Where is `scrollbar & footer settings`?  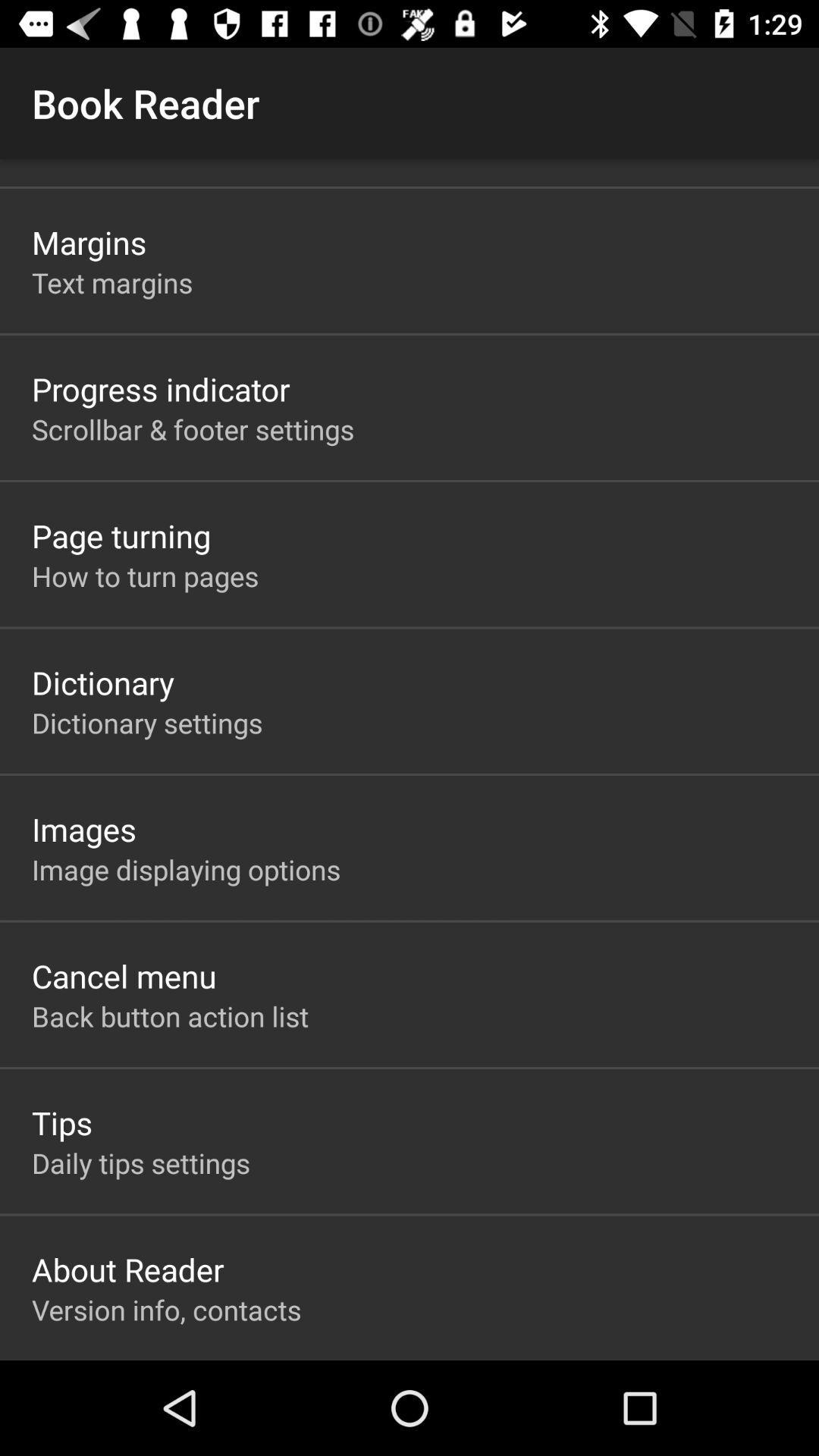
scrollbar & footer settings is located at coordinates (192, 428).